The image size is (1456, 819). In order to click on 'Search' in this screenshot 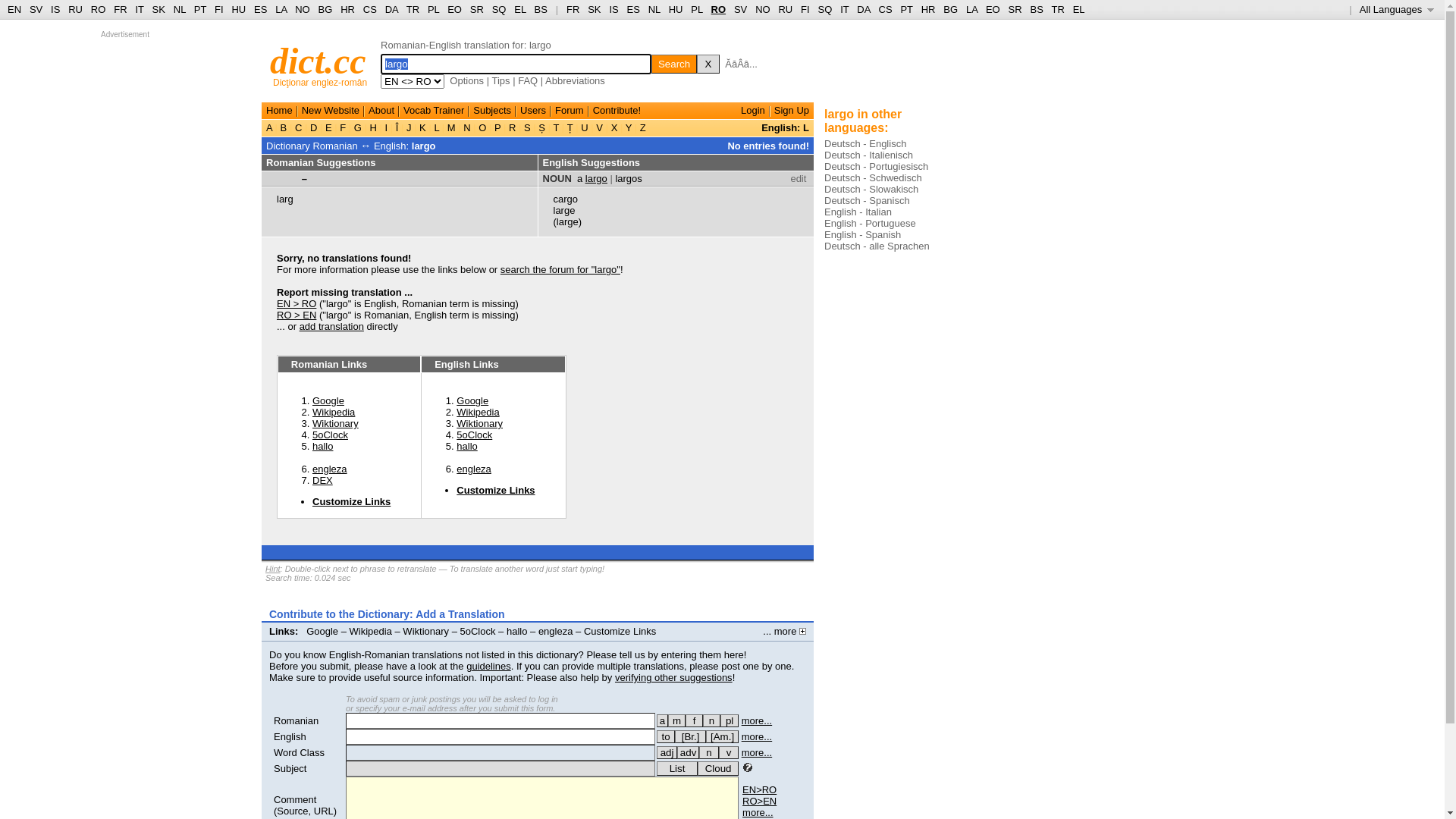, I will do `click(673, 63)`.